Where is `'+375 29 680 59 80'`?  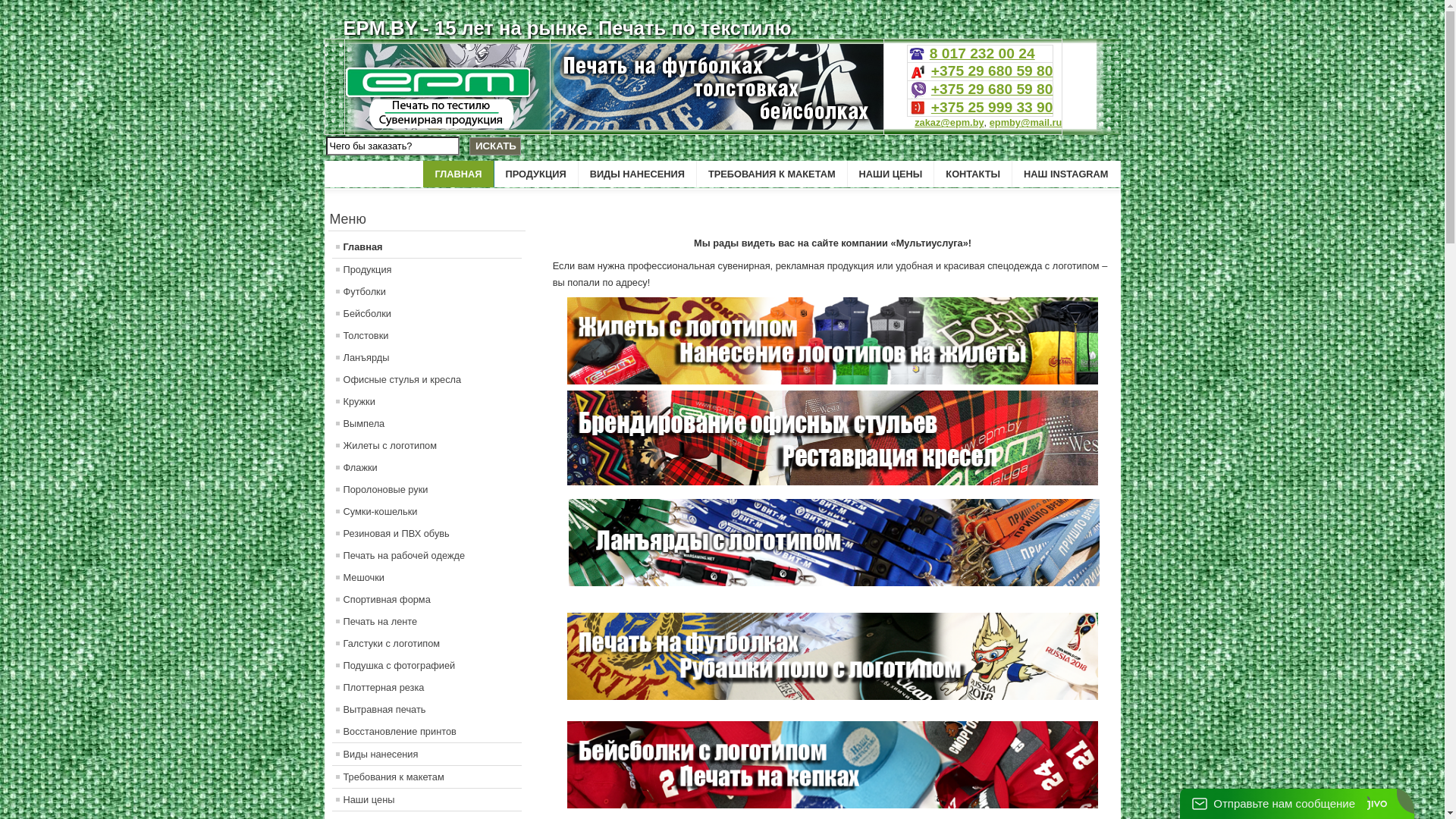
'+375 29 680 59 80' is located at coordinates (992, 71).